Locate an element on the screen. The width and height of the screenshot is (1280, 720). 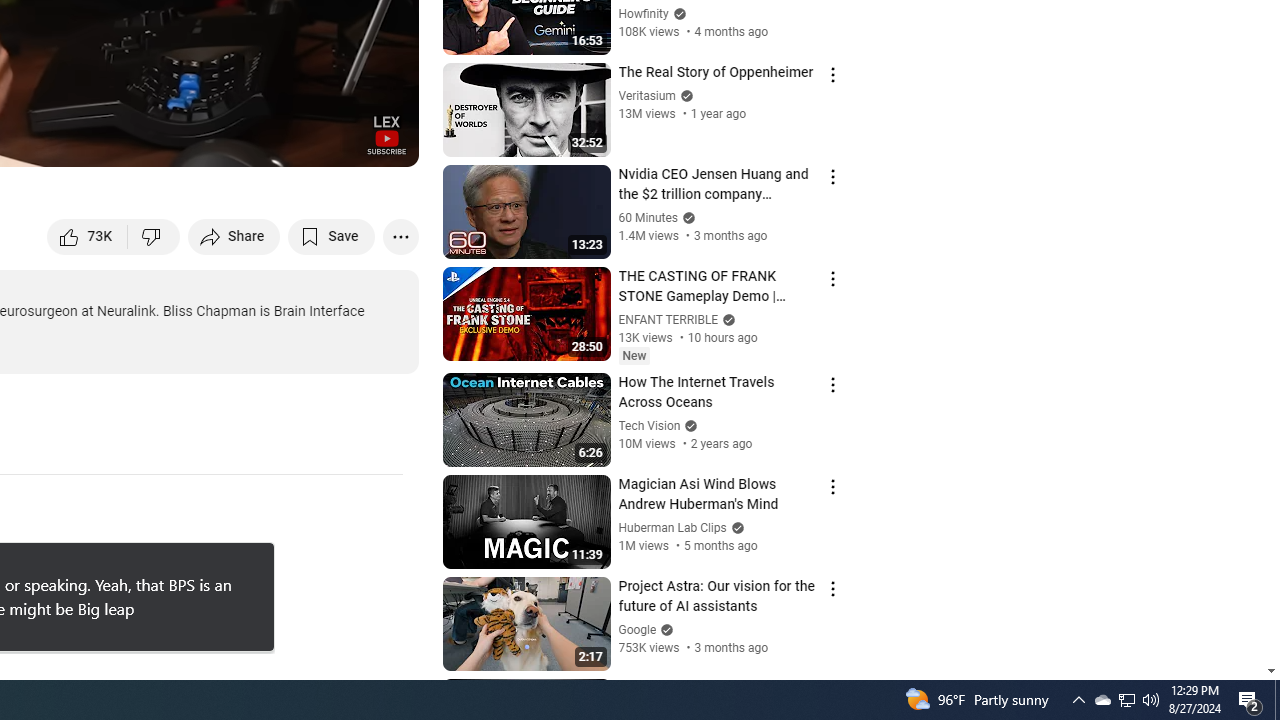
'Save to playlist' is located at coordinates (331, 235).